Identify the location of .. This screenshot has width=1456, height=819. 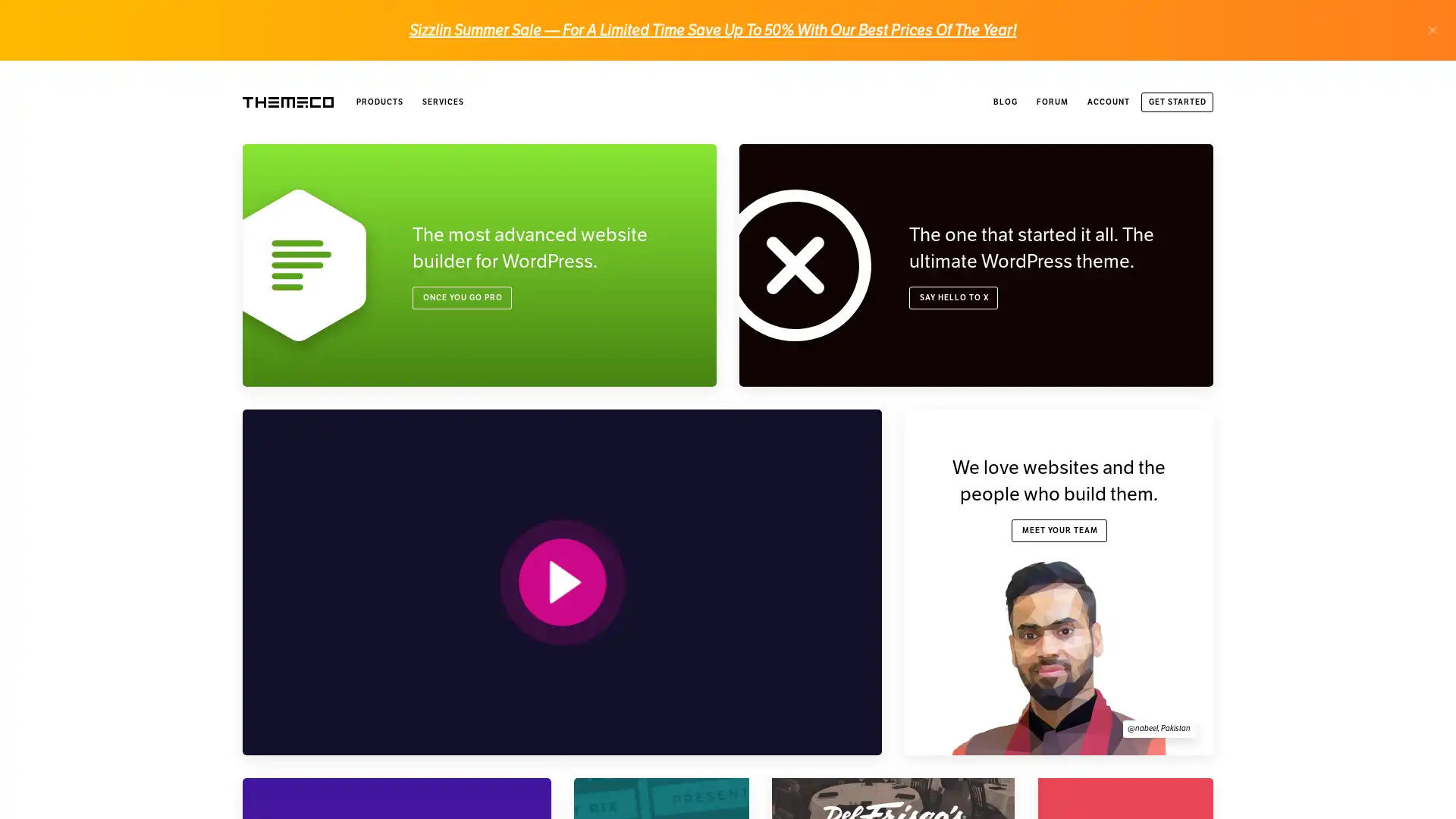
(1432, 30).